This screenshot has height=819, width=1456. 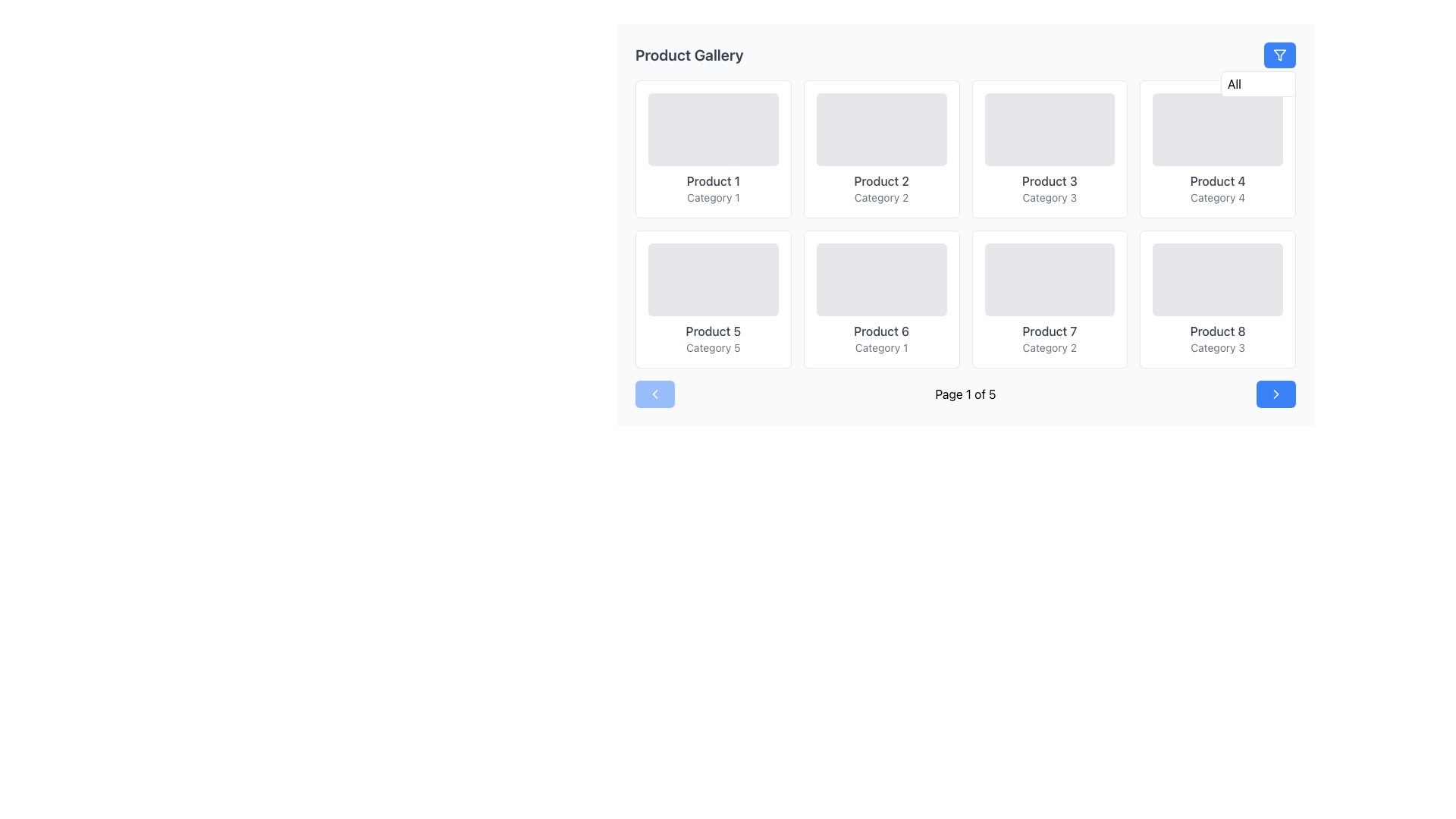 What do you see at coordinates (965, 394) in the screenshot?
I see `the Text label that indicates the current page number and total number of pages in the gallery, located at the bottom center of the pagination control` at bounding box center [965, 394].